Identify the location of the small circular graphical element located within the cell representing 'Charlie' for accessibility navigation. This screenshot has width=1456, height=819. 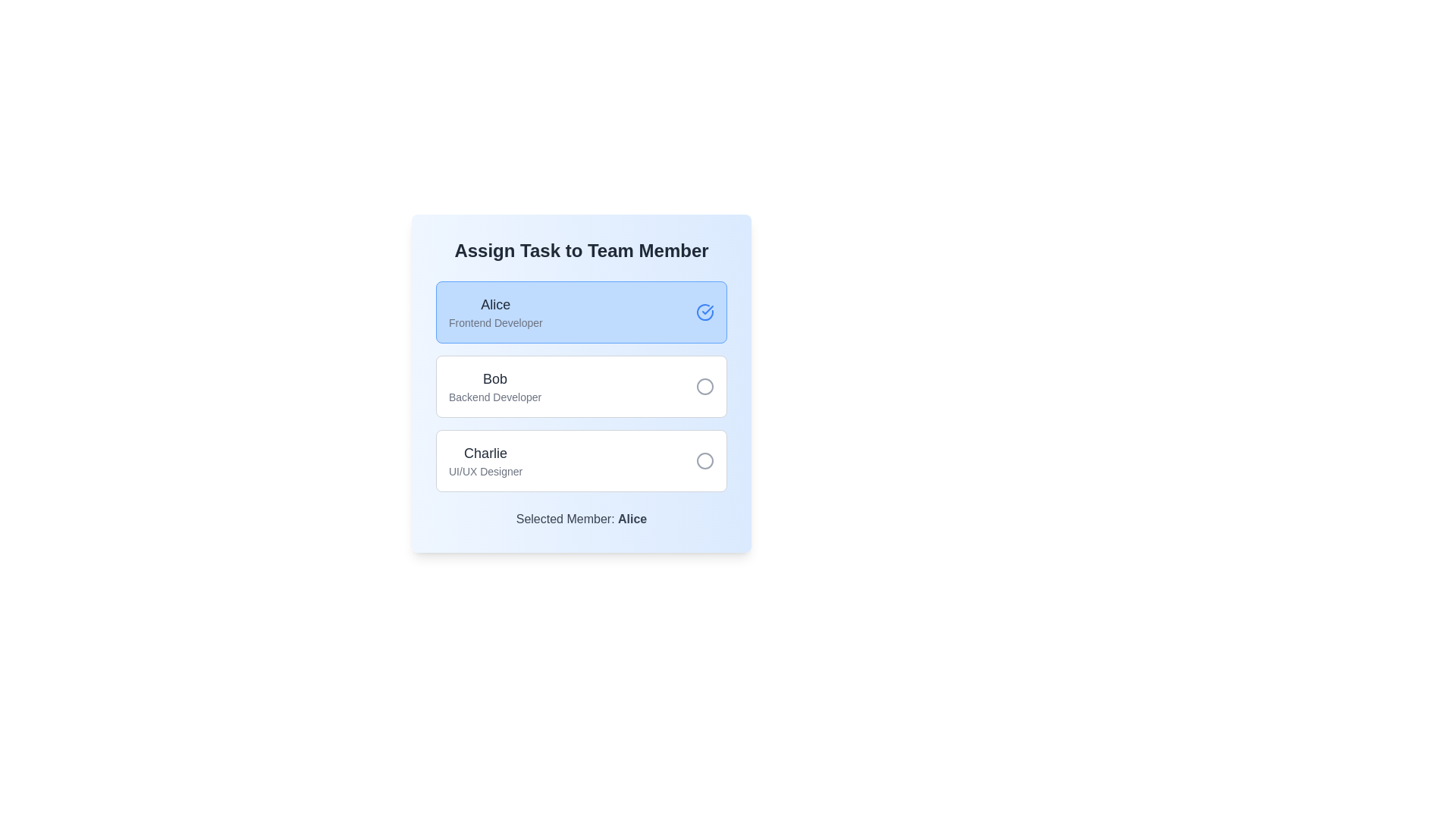
(704, 460).